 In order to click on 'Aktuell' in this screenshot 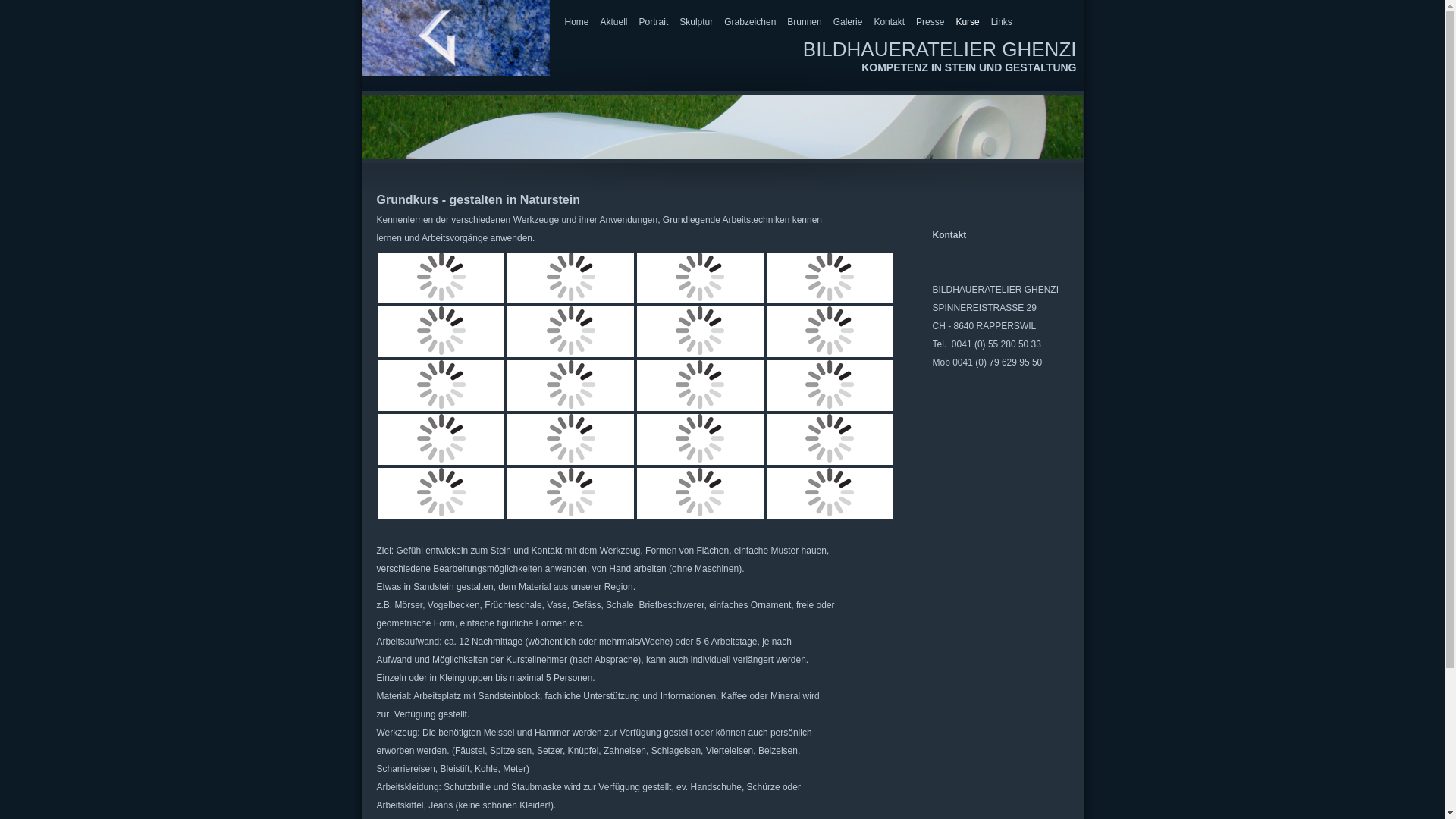, I will do `click(614, 22)`.